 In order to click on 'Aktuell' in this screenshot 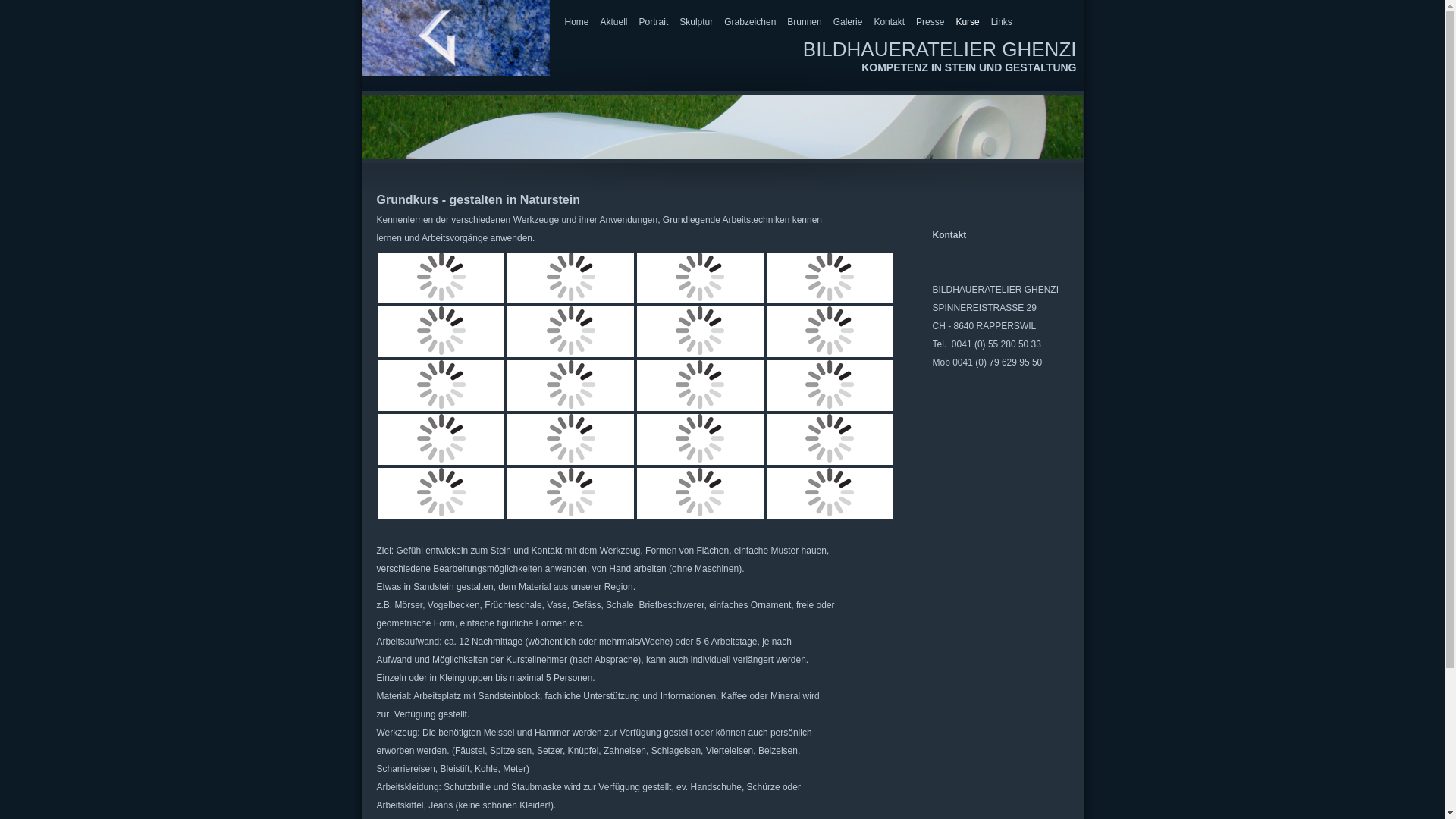, I will do `click(614, 22)`.